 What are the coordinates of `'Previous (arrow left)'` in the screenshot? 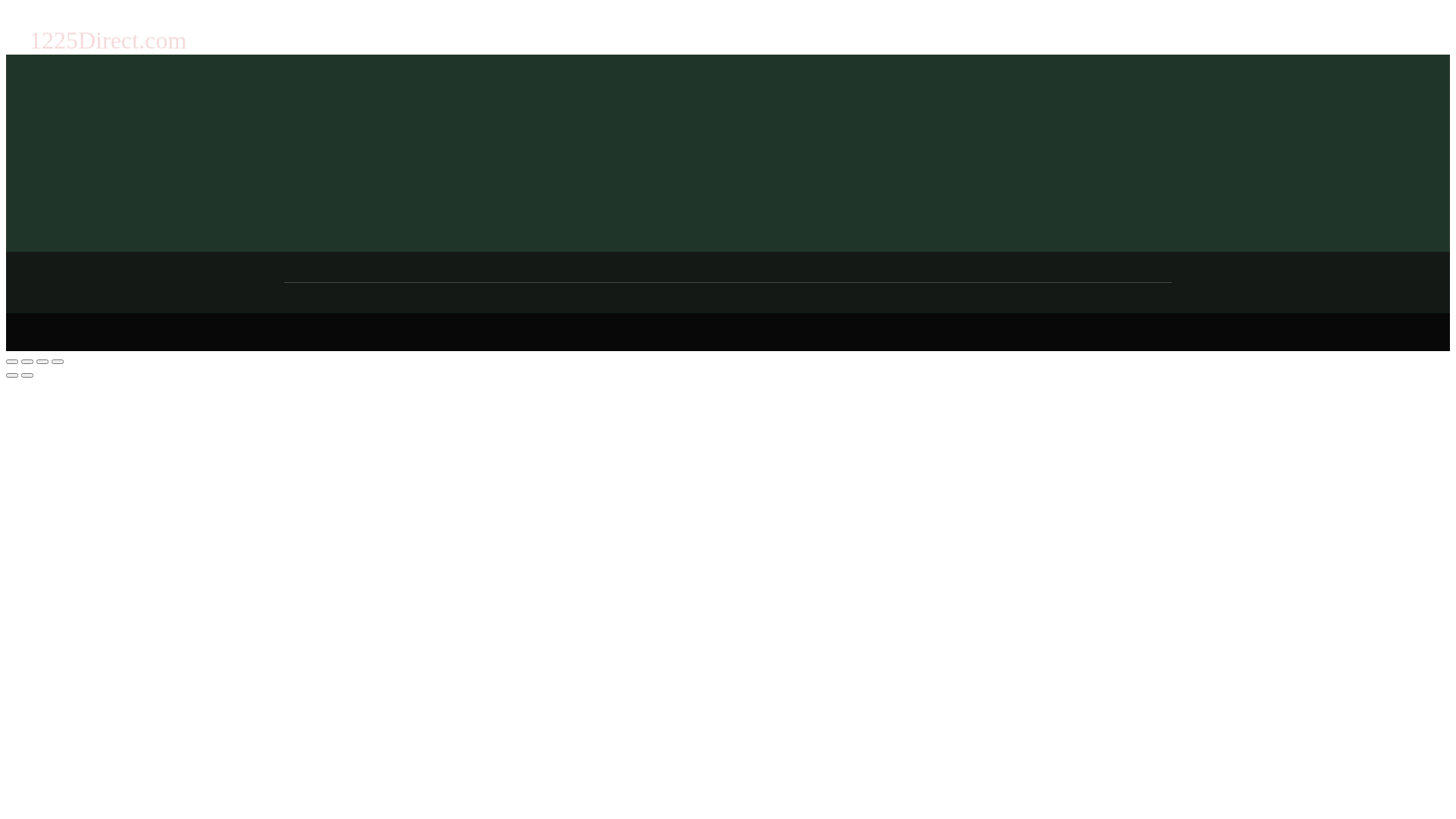 It's located at (11, 375).